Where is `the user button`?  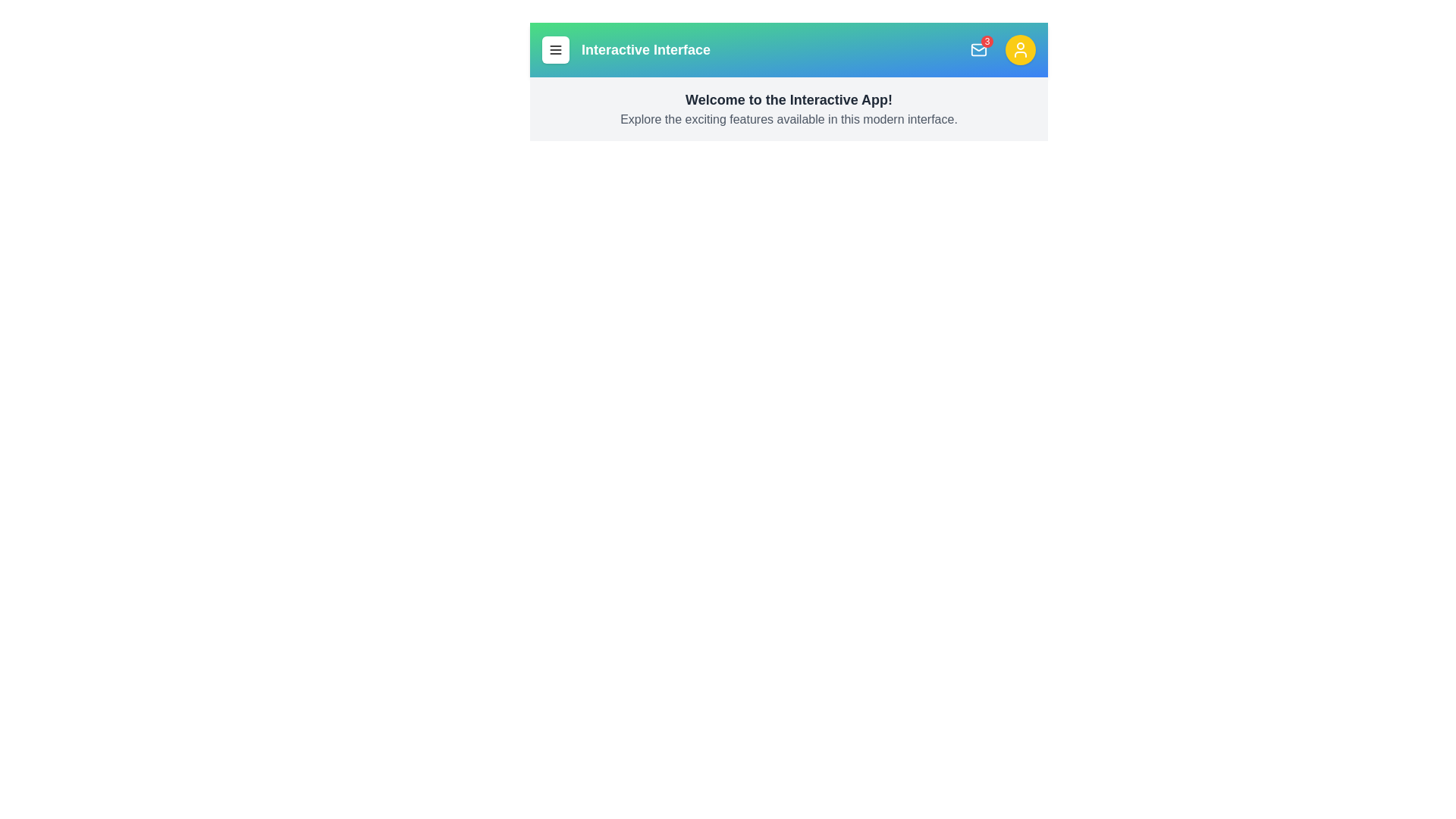 the user button is located at coordinates (1020, 49).